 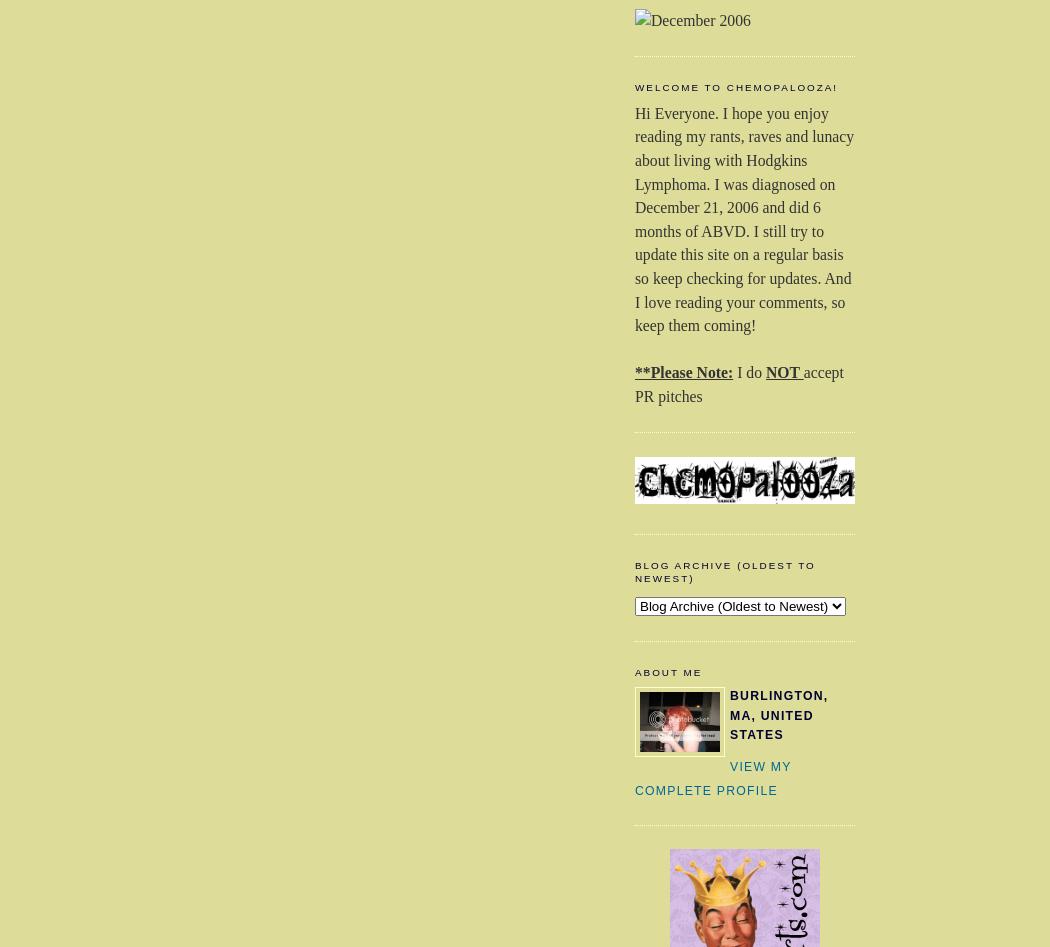 I want to click on 'accept PR pitches', so click(x=635, y=384).